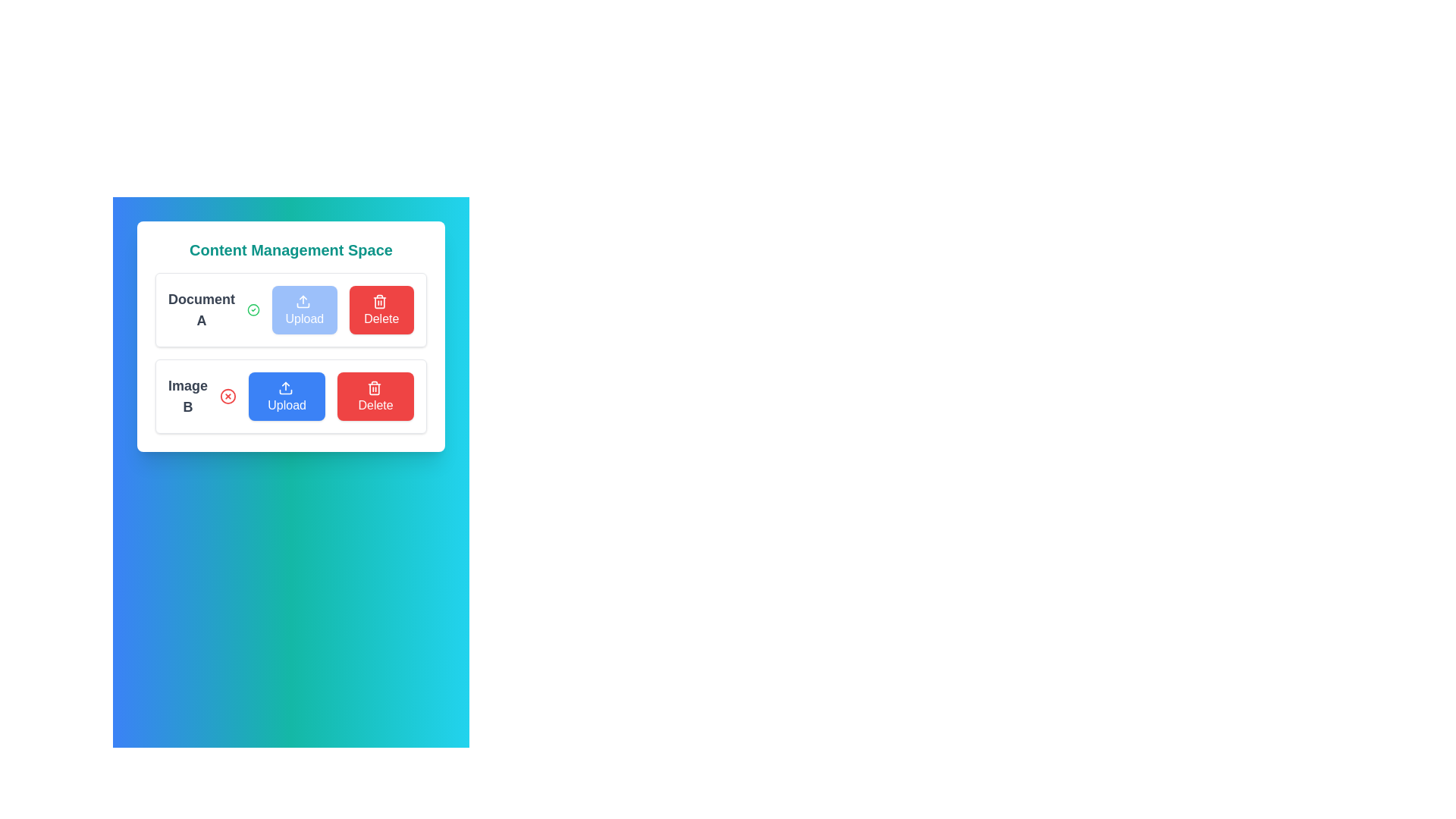  I want to click on the blue upload button in the Control row for content management, so click(291, 396).